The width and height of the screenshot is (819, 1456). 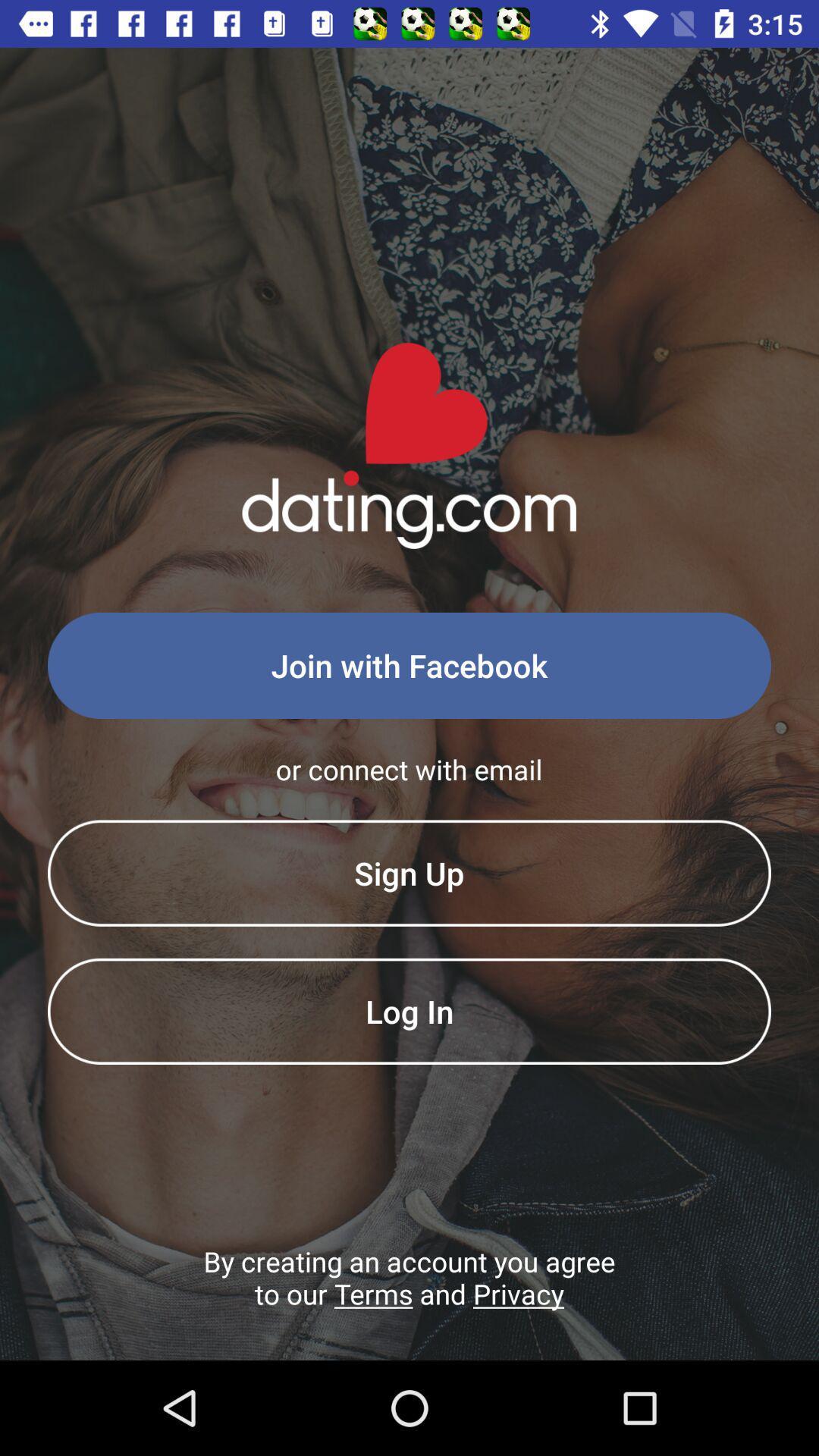 What do you see at coordinates (409, 1011) in the screenshot?
I see `the icon below sign up icon` at bounding box center [409, 1011].